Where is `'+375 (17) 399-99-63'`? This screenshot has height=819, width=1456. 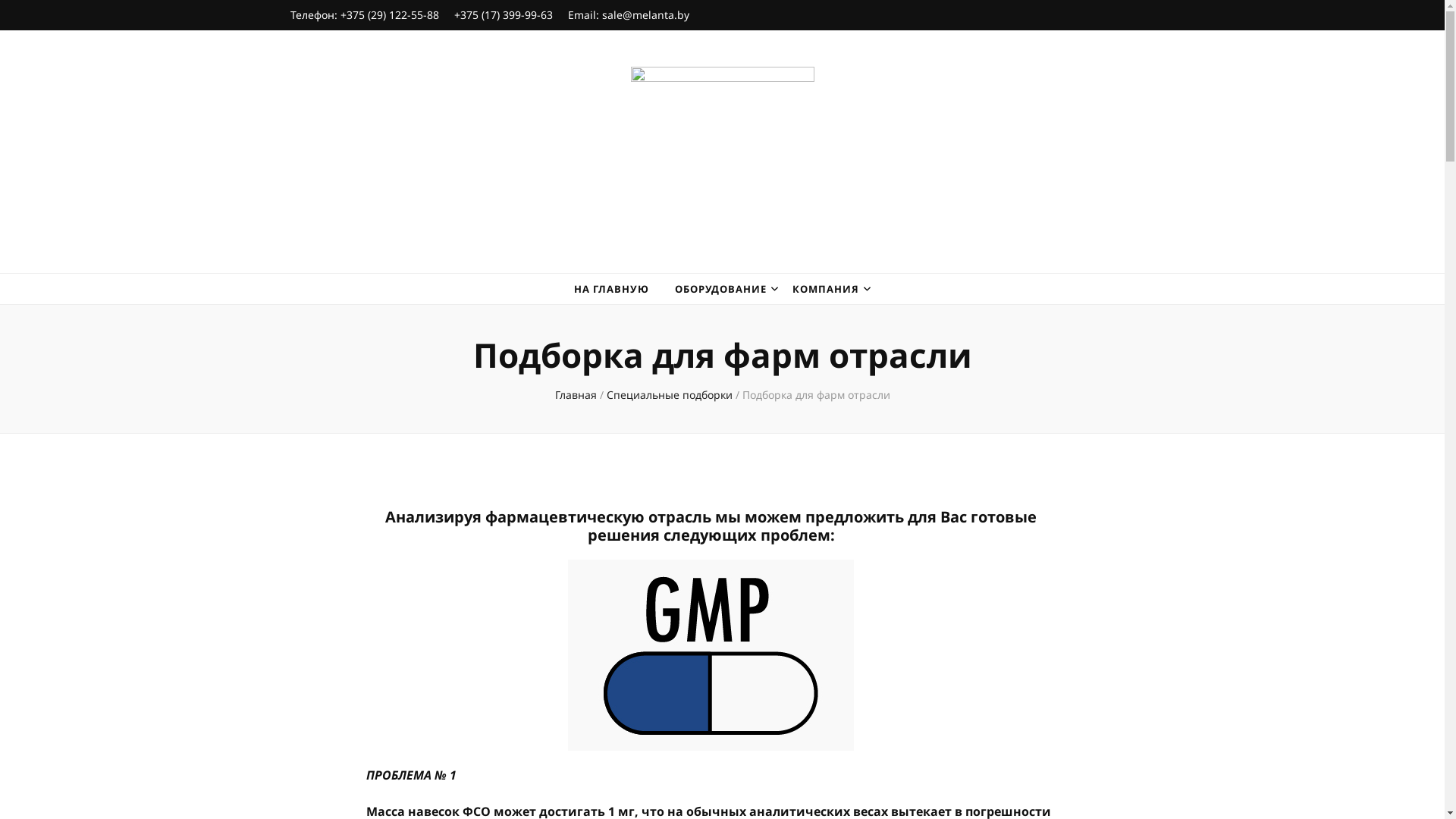 '+375 (17) 399-99-63' is located at coordinates (502, 14).